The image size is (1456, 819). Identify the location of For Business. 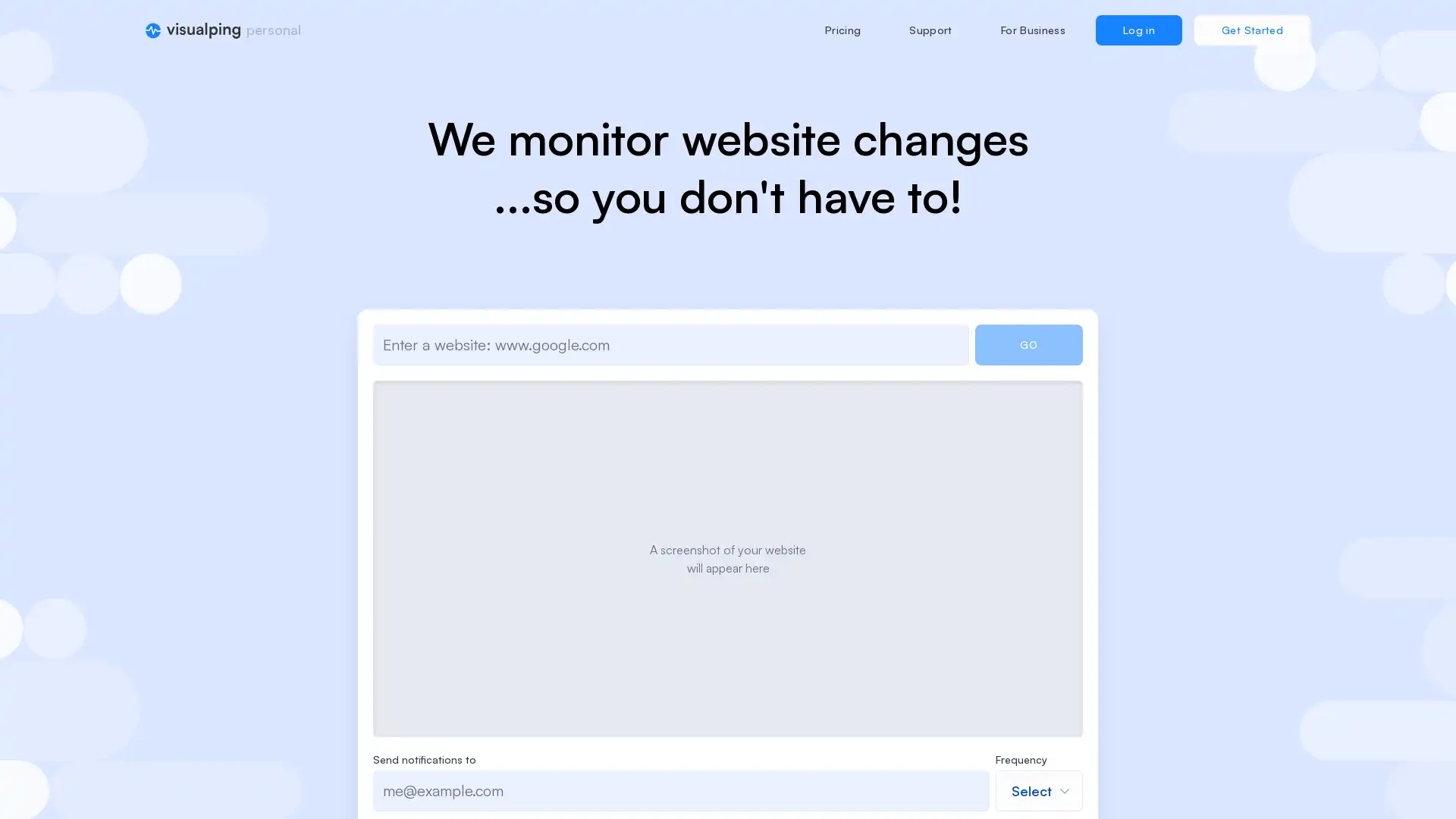
(1032, 30).